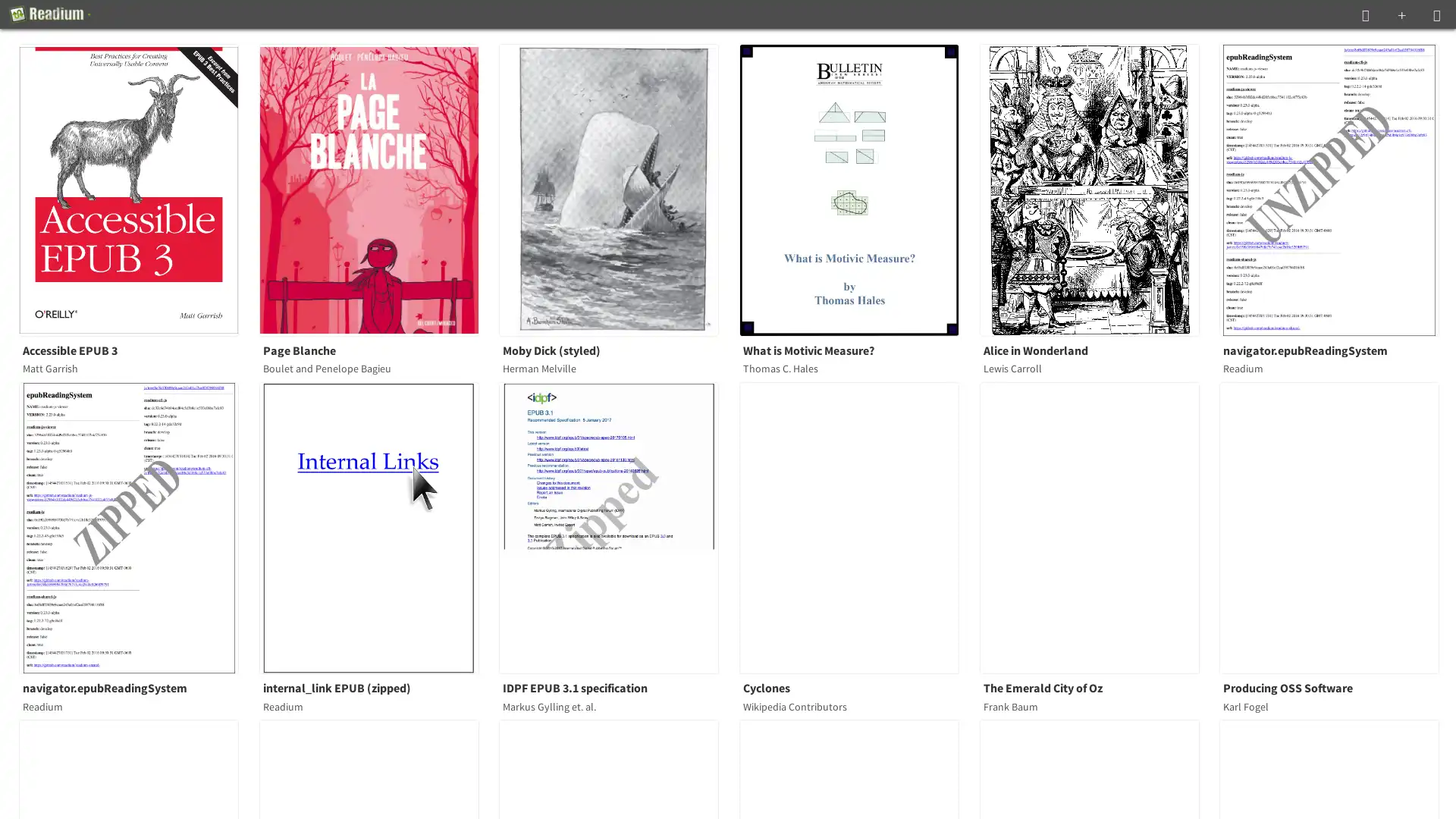  I want to click on (5) Alice in Wonderland, so click(1098, 189).